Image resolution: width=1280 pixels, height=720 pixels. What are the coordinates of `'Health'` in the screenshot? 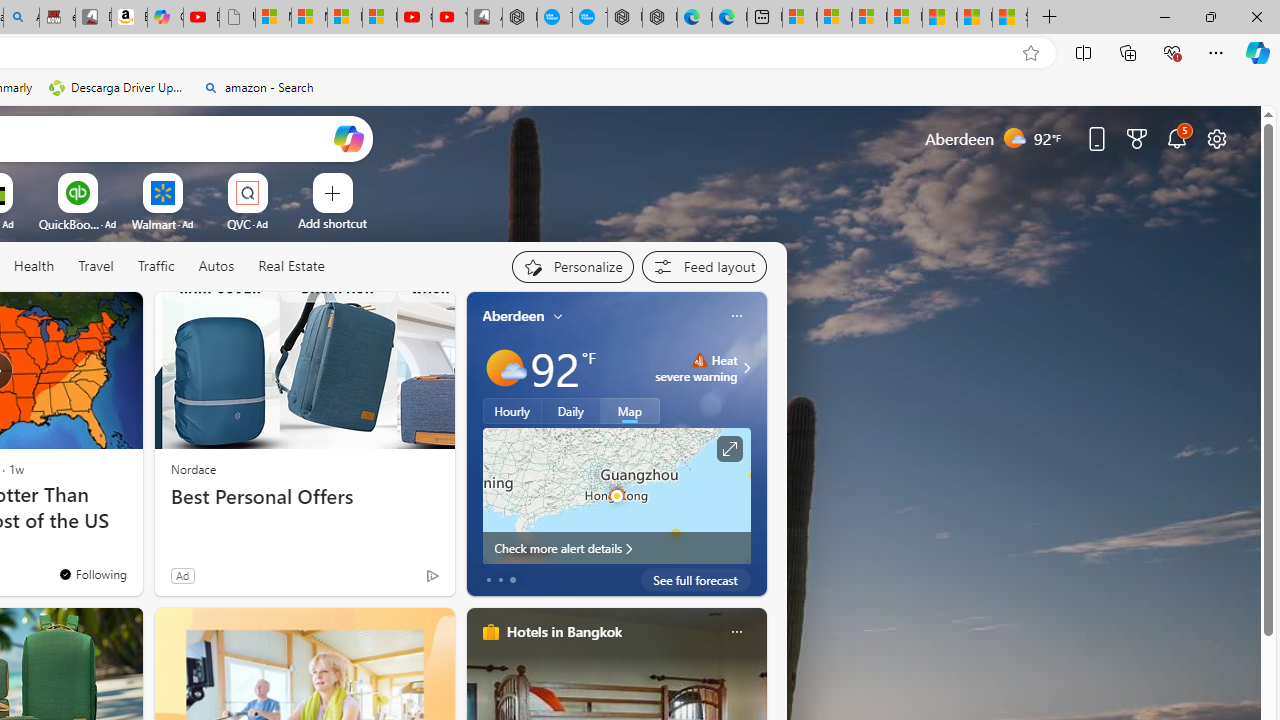 It's located at (34, 265).